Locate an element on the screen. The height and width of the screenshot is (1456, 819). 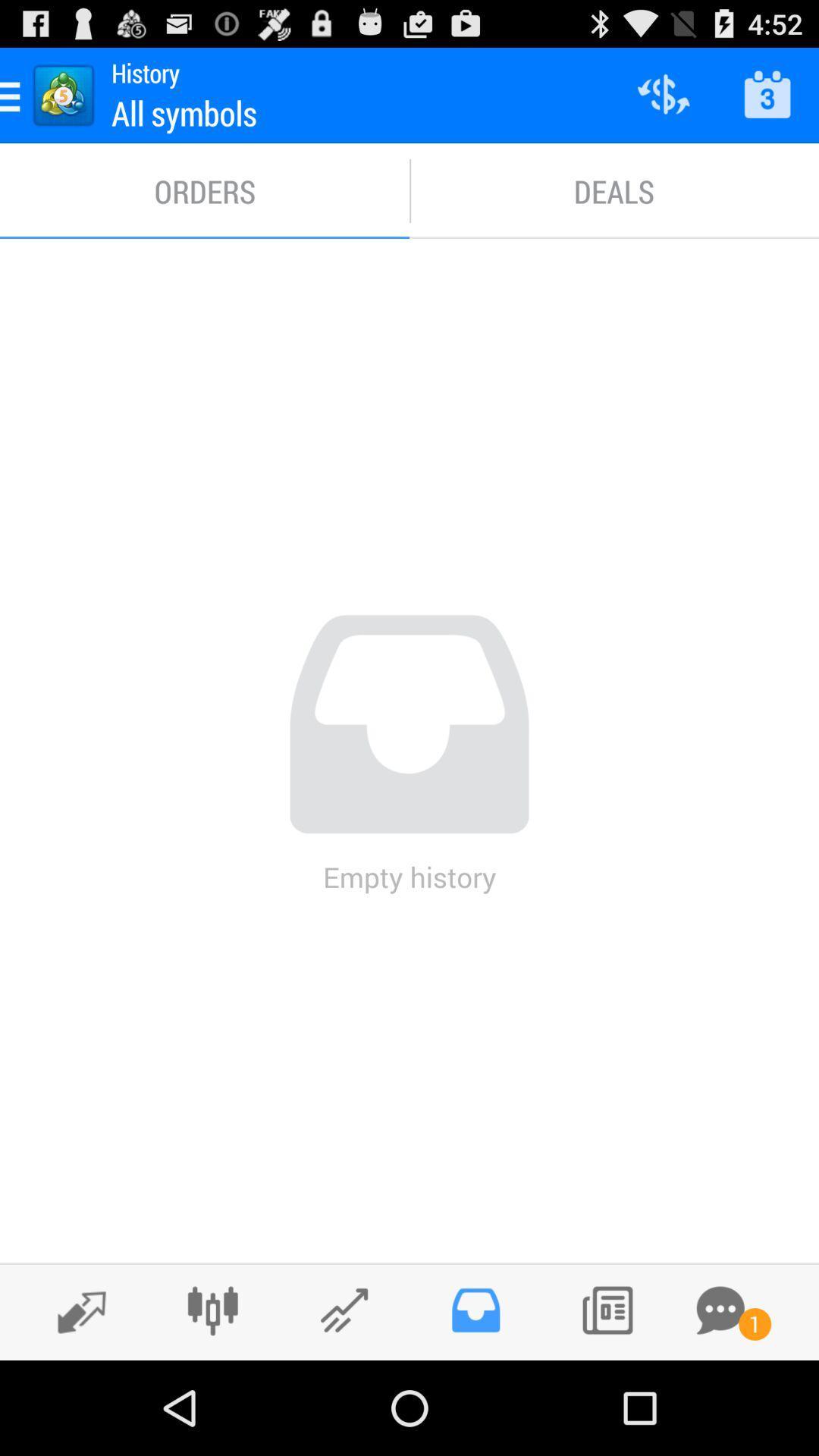
the deals icon is located at coordinates (614, 190).